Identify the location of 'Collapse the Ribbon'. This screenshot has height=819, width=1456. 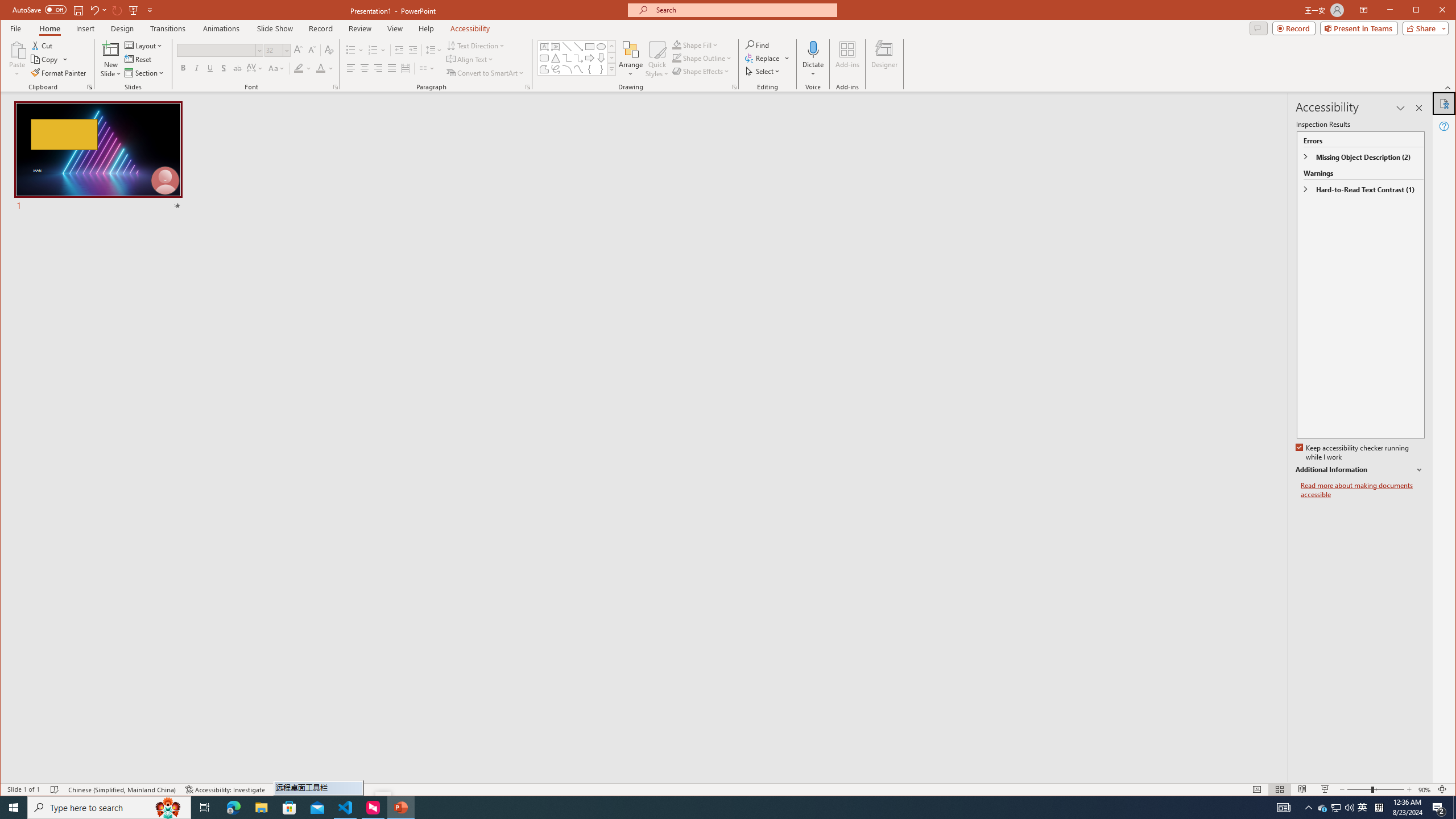
(1449, 87).